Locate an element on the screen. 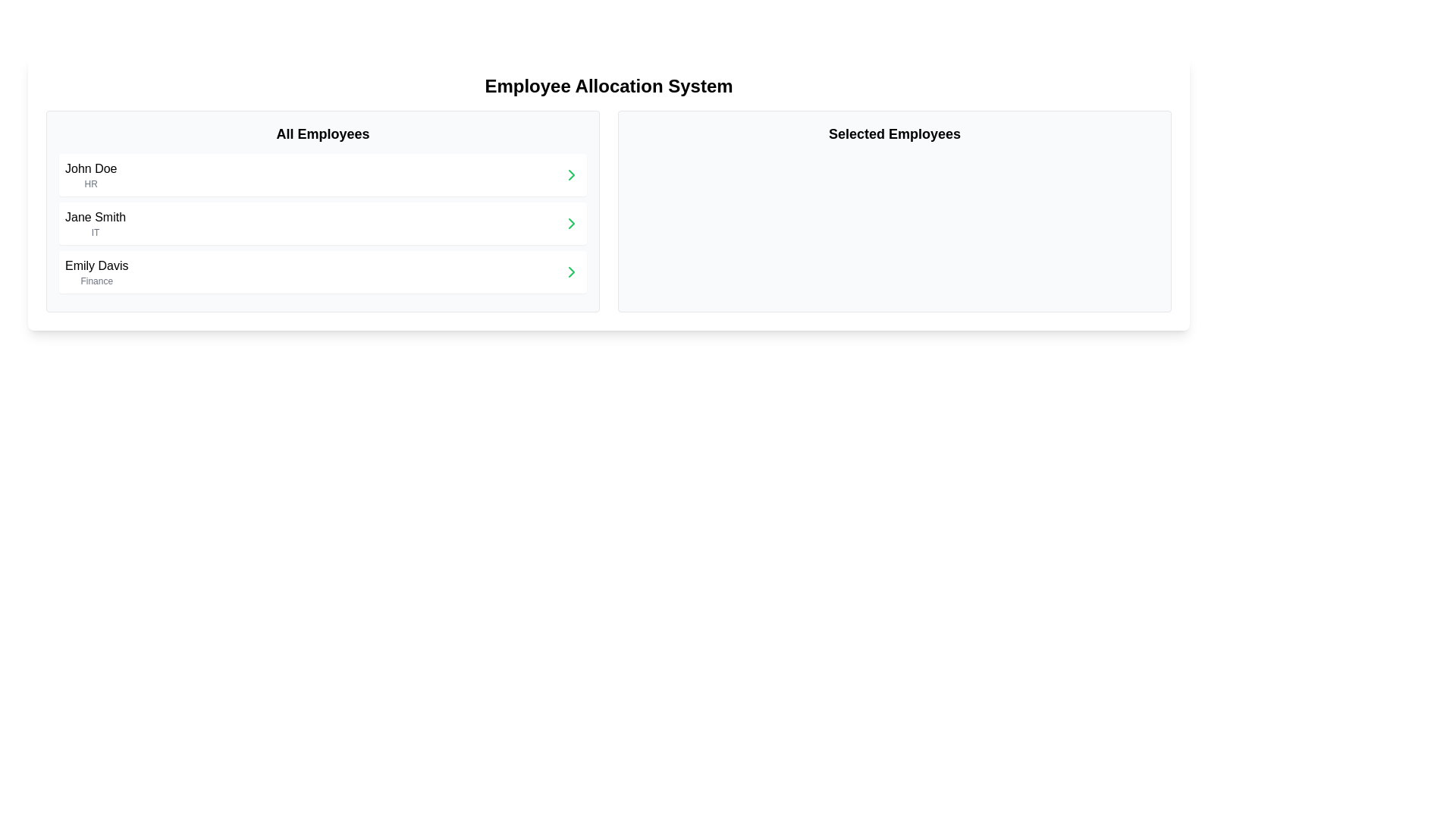 The width and height of the screenshot is (1456, 819). the 'HR' text label that displays the department associated with the employee 'John Doe' in the 'All Employees' section is located at coordinates (90, 184).